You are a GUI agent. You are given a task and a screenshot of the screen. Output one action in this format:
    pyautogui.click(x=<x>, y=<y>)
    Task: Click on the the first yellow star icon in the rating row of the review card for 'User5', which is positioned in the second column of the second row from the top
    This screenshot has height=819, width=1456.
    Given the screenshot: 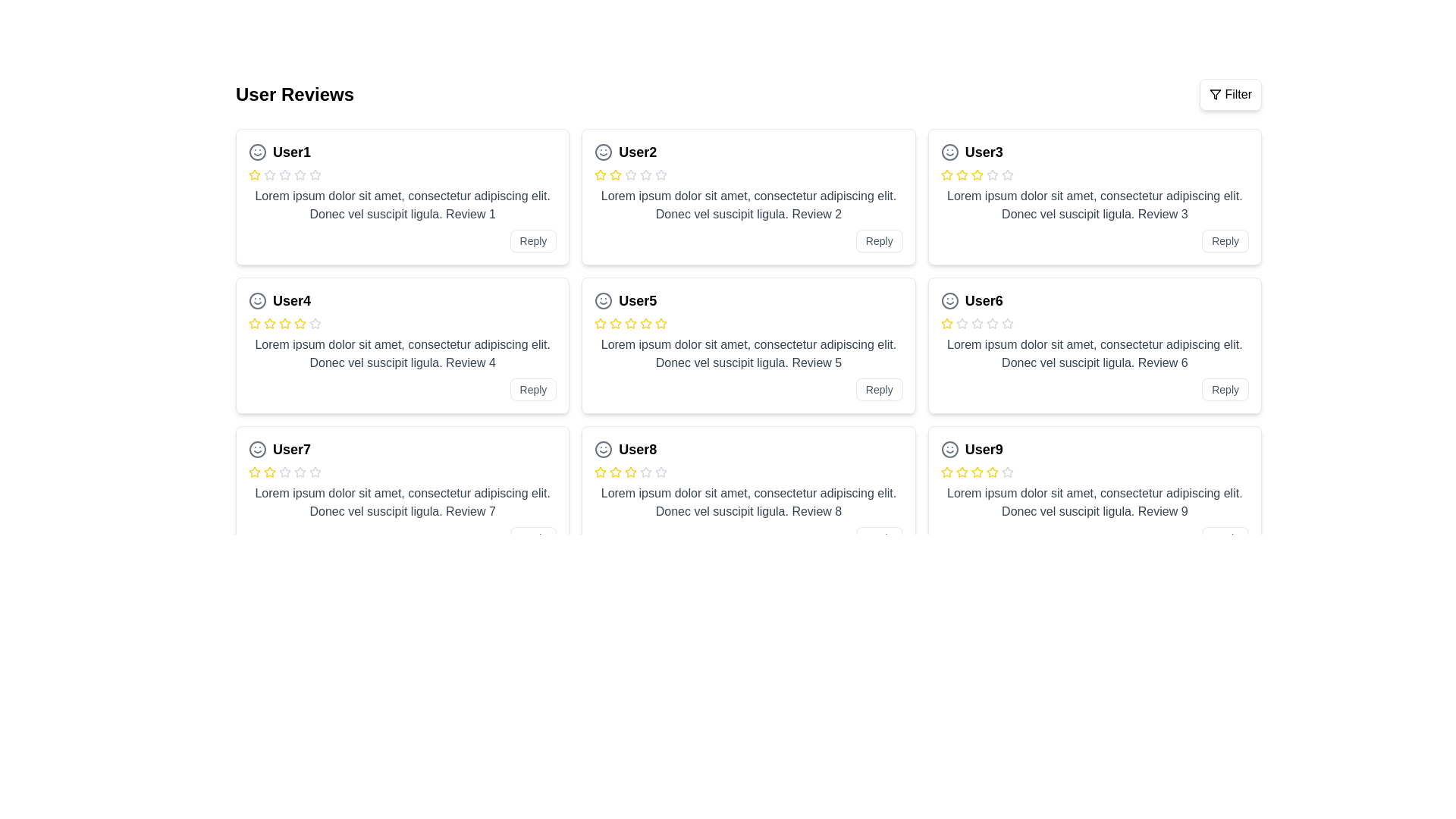 What is the action you would take?
    pyautogui.click(x=616, y=322)
    